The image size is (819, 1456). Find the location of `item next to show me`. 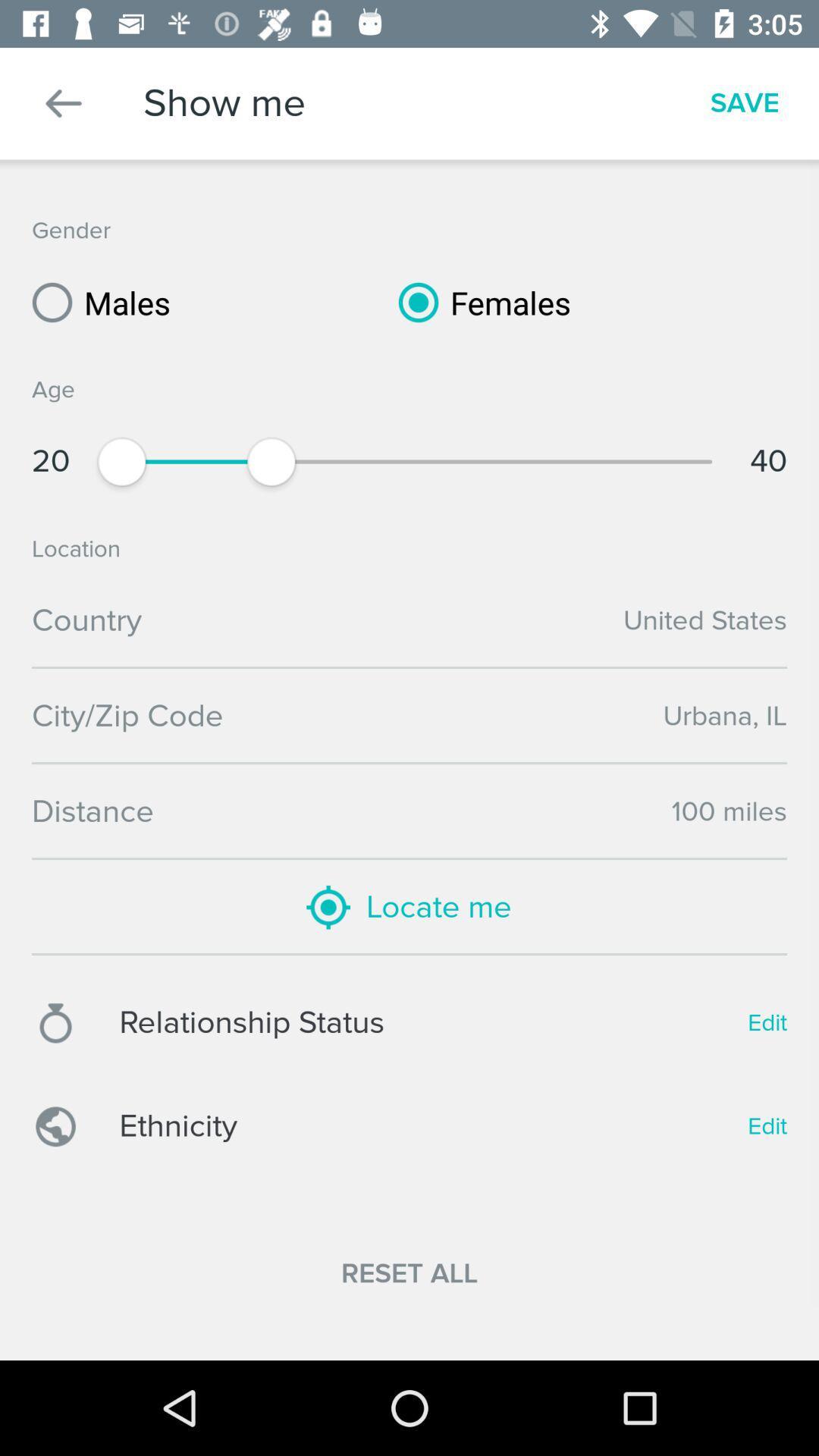

item next to show me is located at coordinates (63, 102).